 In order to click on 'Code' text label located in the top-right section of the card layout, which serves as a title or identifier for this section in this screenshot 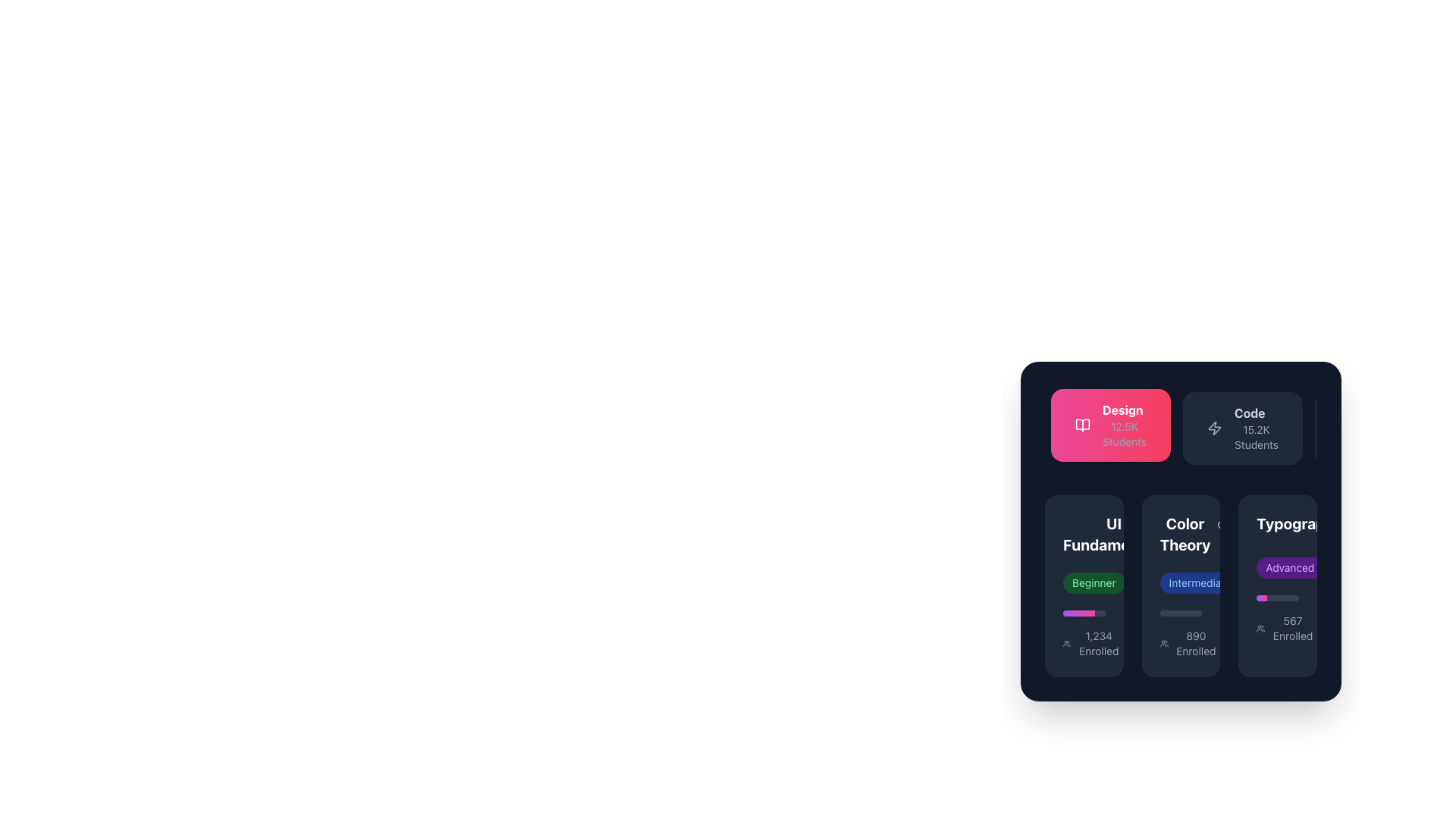, I will do `click(1250, 413)`.